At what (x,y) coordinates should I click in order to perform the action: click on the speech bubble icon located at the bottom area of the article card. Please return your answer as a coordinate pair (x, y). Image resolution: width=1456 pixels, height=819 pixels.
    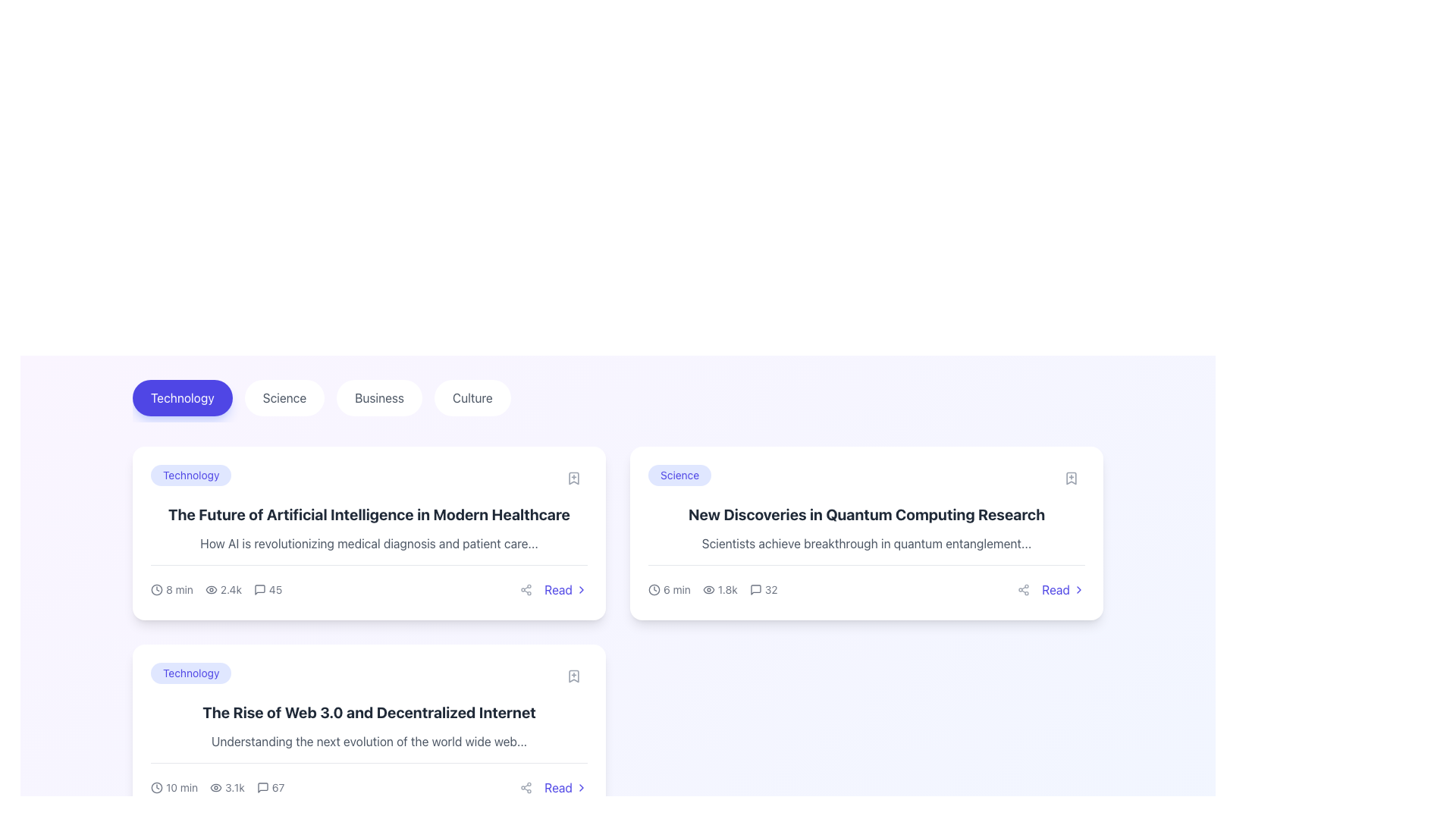
    Looking at the image, I should click on (259, 589).